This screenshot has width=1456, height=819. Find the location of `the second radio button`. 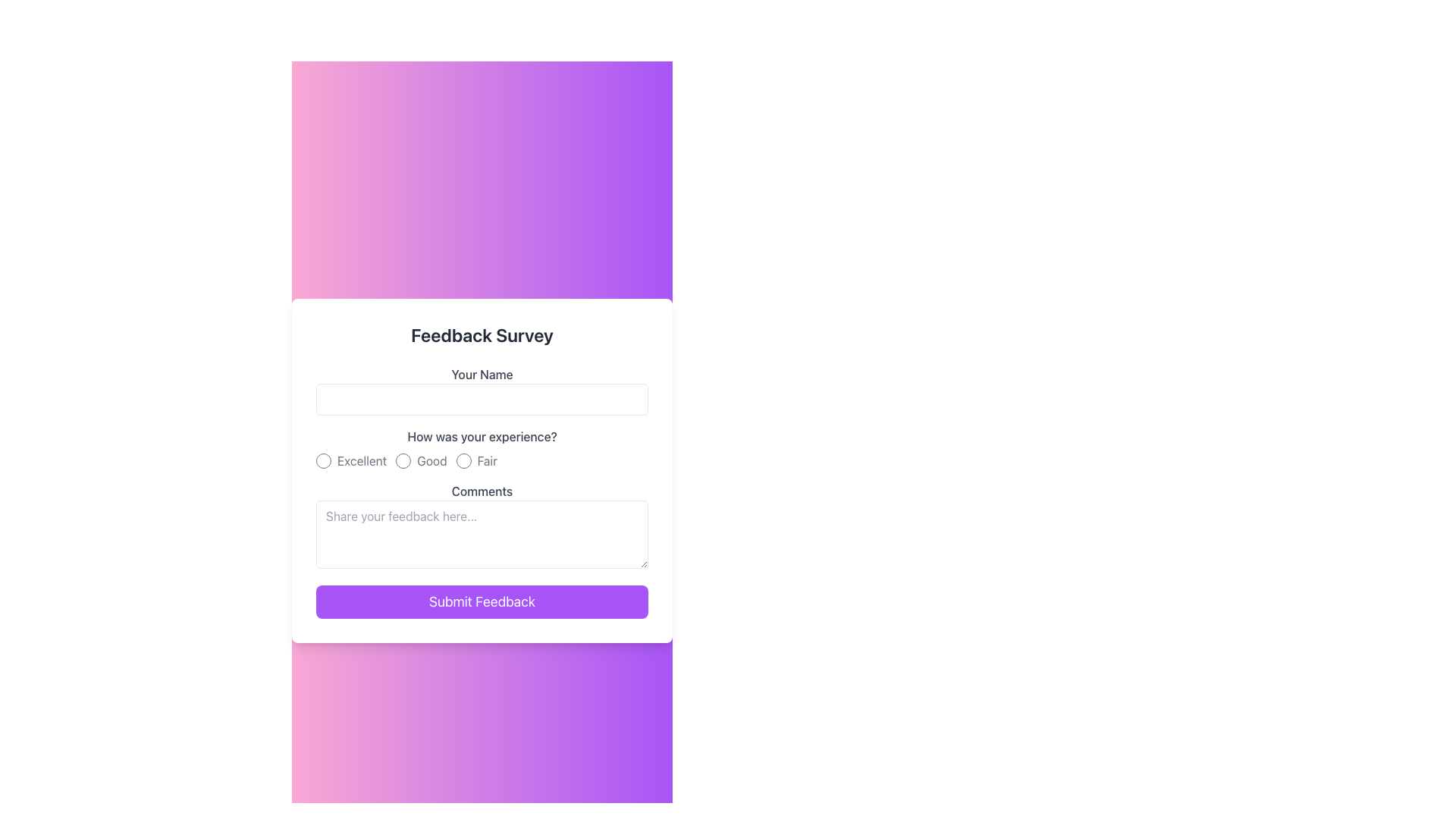

the second radio button is located at coordinates (403, 460).